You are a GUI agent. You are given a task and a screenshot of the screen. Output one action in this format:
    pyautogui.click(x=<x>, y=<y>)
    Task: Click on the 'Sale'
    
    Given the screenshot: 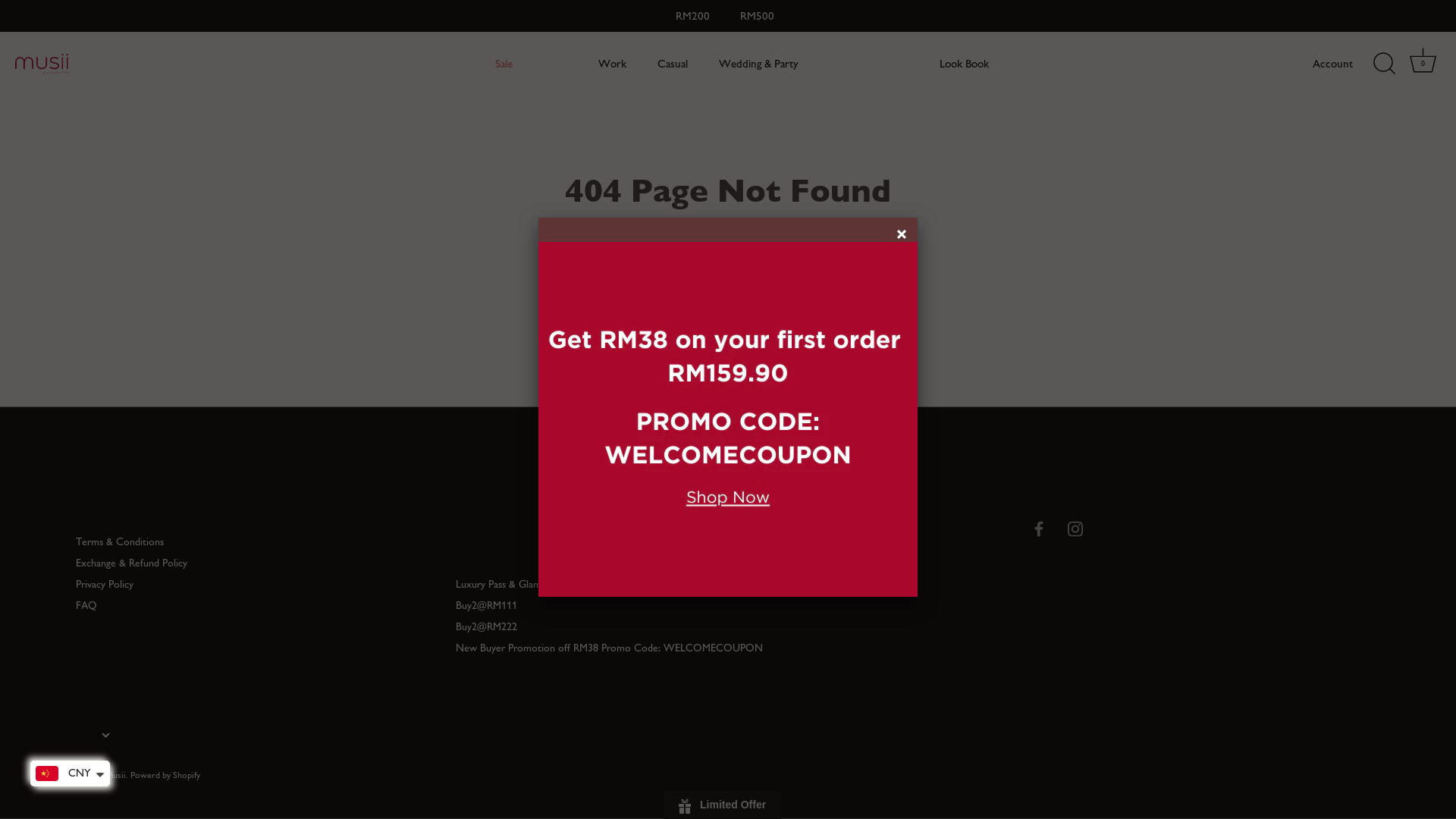 What is the action you would take?
    pyautogui.click(x=479, y=63)
    